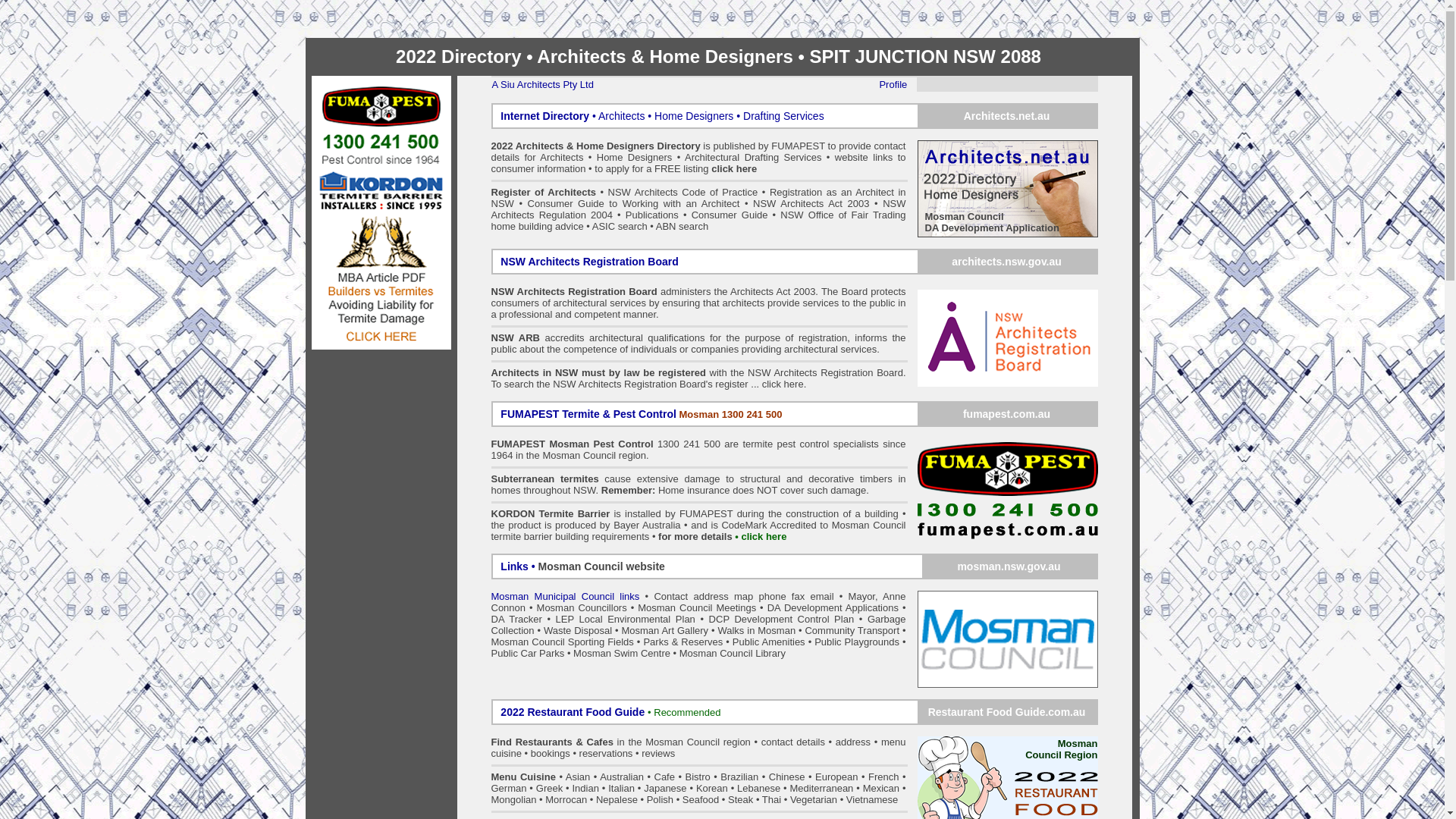 The height and width of the screenshot is (819, 1456). Describe the element at coordinates (682, 642) in the screenshot. I see `'Parks & Reserves'` at that location.